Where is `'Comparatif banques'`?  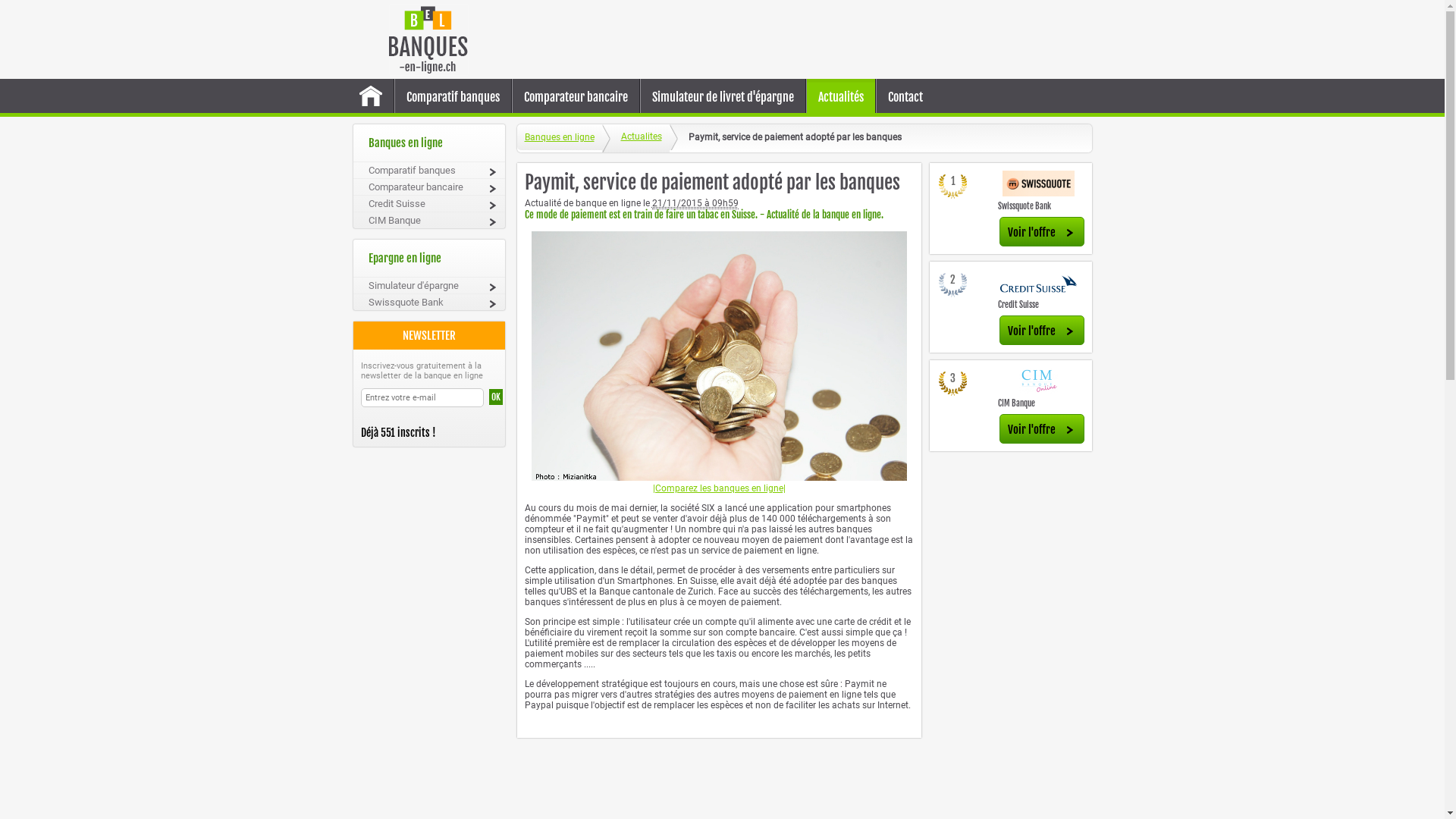
'Comparatif banques' is located at coordinates (428, 170).